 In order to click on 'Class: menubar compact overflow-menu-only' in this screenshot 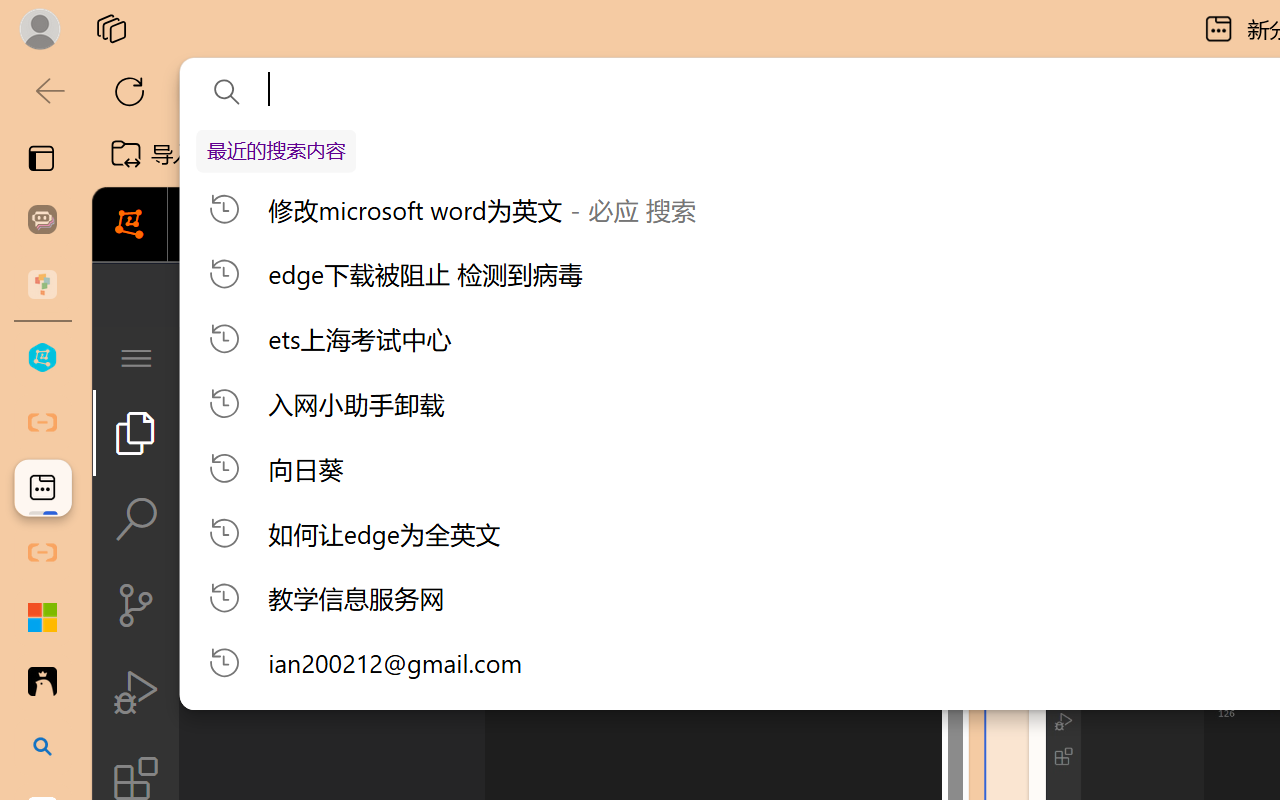, I will do `click(134, 358)`.